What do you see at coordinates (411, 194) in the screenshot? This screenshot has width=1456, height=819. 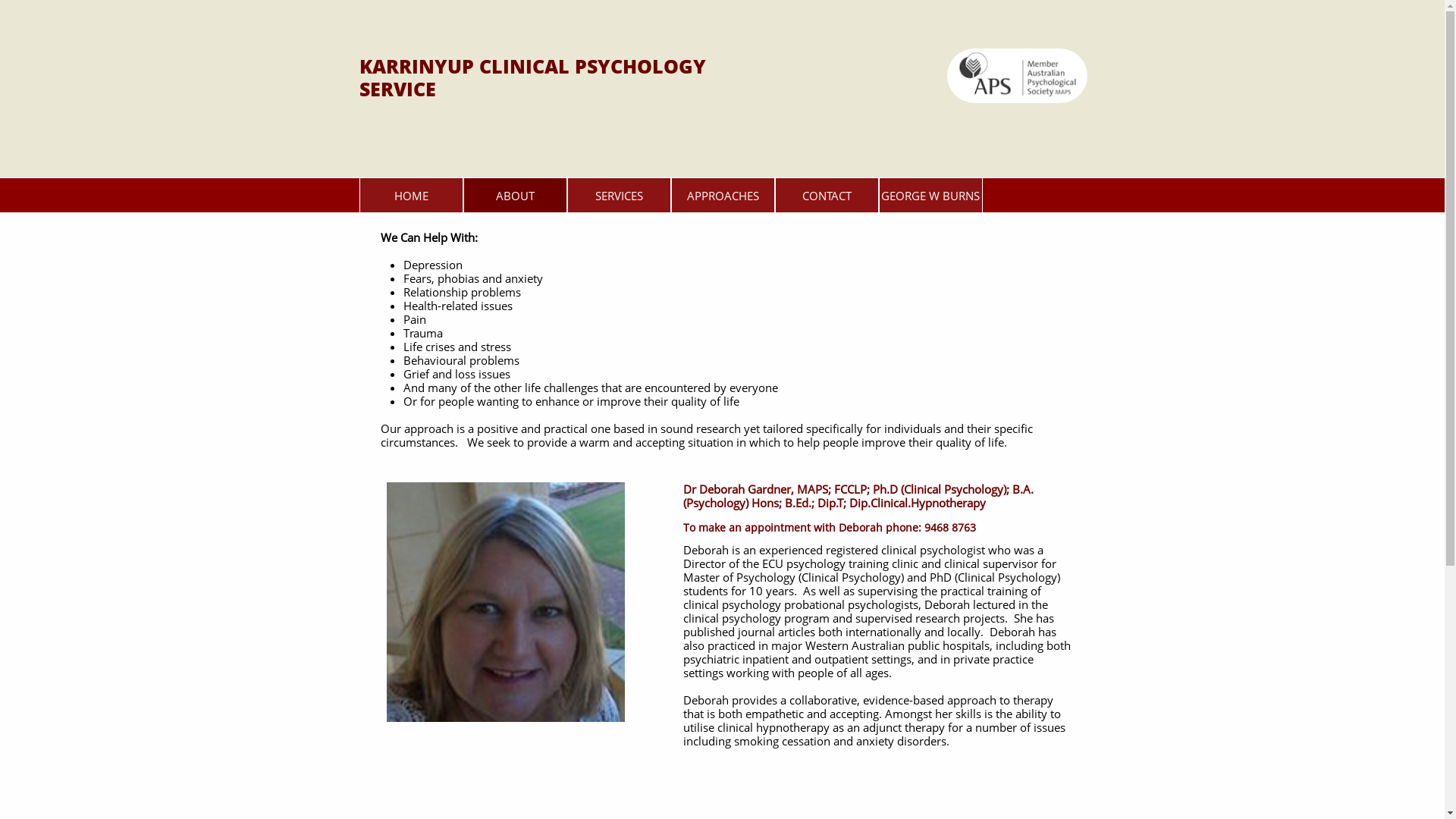 I see `'HOME'` at bounding box center [411, 194].